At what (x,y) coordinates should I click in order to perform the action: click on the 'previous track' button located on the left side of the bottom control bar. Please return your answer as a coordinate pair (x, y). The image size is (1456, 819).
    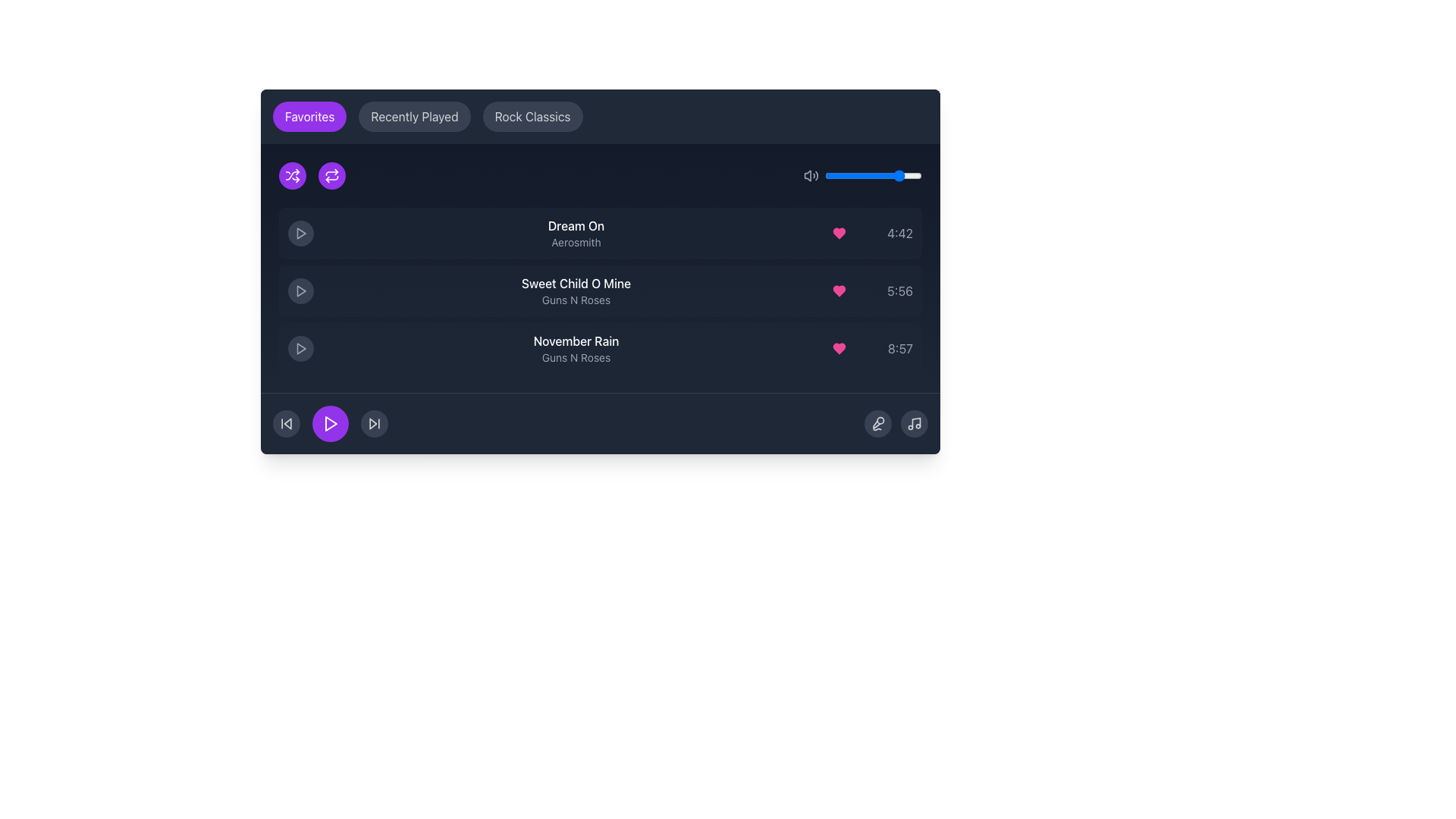
    Looking at the image, I should click on (287, 424).